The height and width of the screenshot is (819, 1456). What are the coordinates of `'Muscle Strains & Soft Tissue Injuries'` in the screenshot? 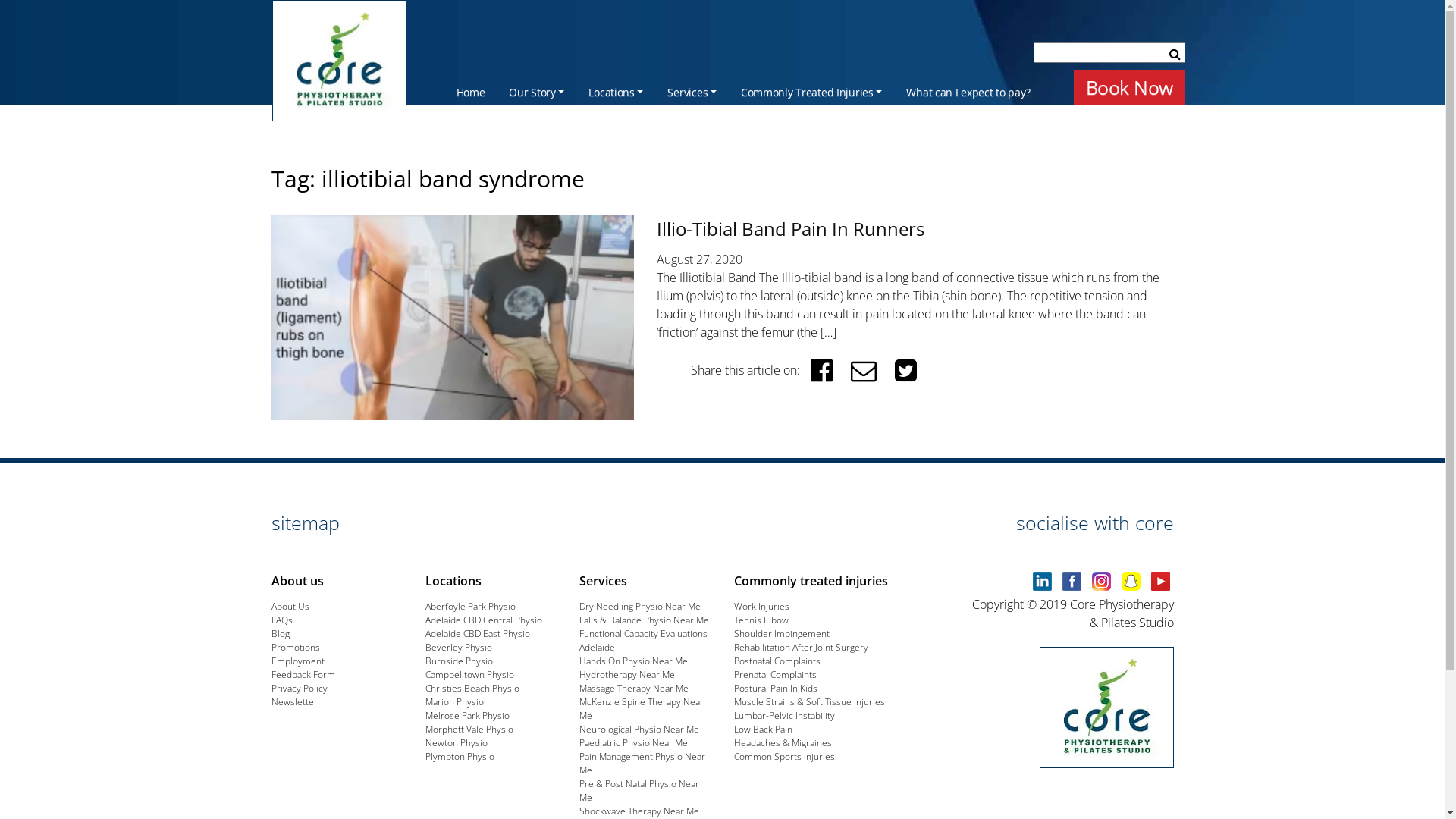 It's located at (808, 701).